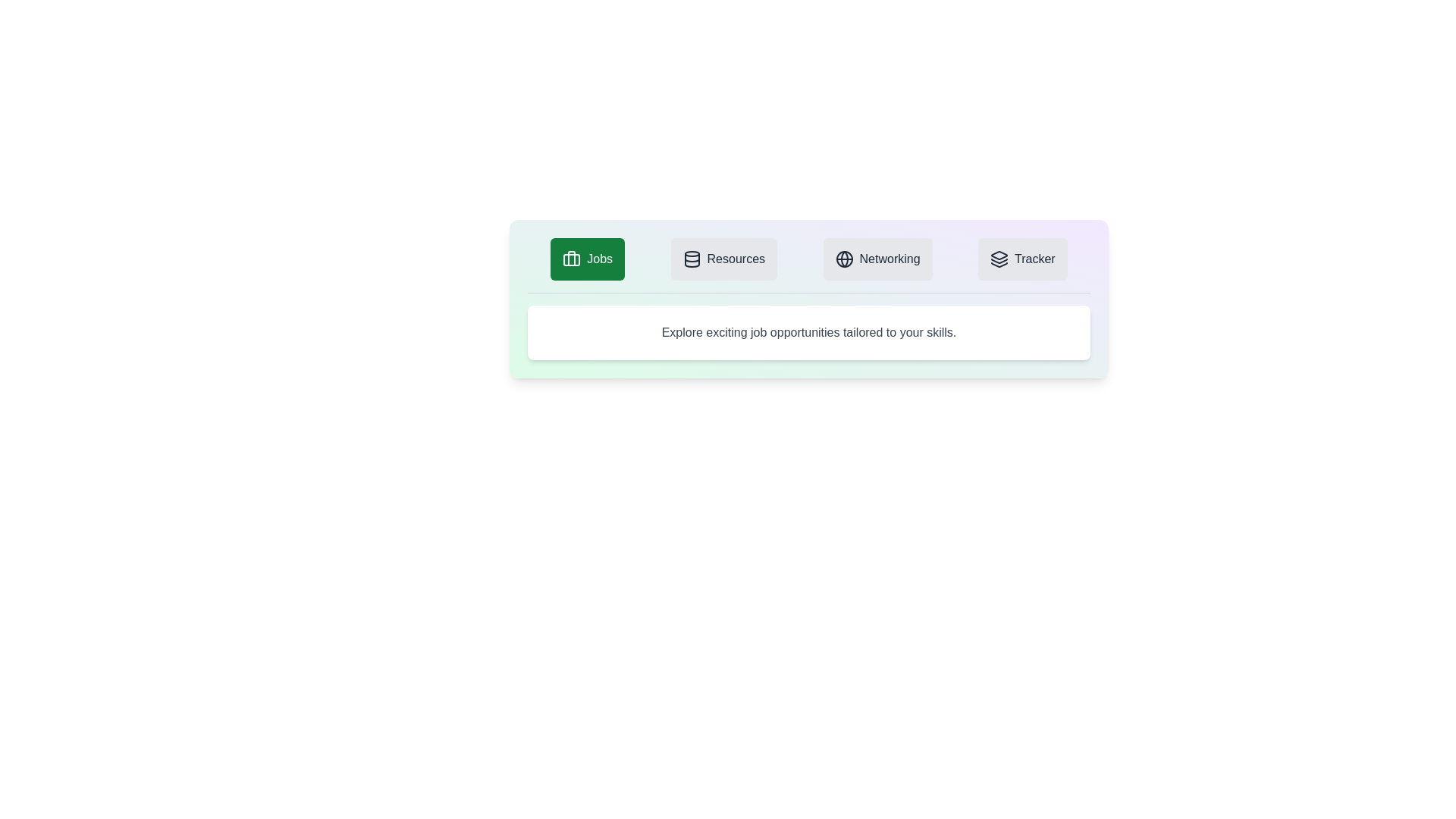 This screenshot has height=819, width=1456. Describe the element at coordinates (586, 259) in the screenshot. I see `the Jobs tab by clicking on it` at that location.